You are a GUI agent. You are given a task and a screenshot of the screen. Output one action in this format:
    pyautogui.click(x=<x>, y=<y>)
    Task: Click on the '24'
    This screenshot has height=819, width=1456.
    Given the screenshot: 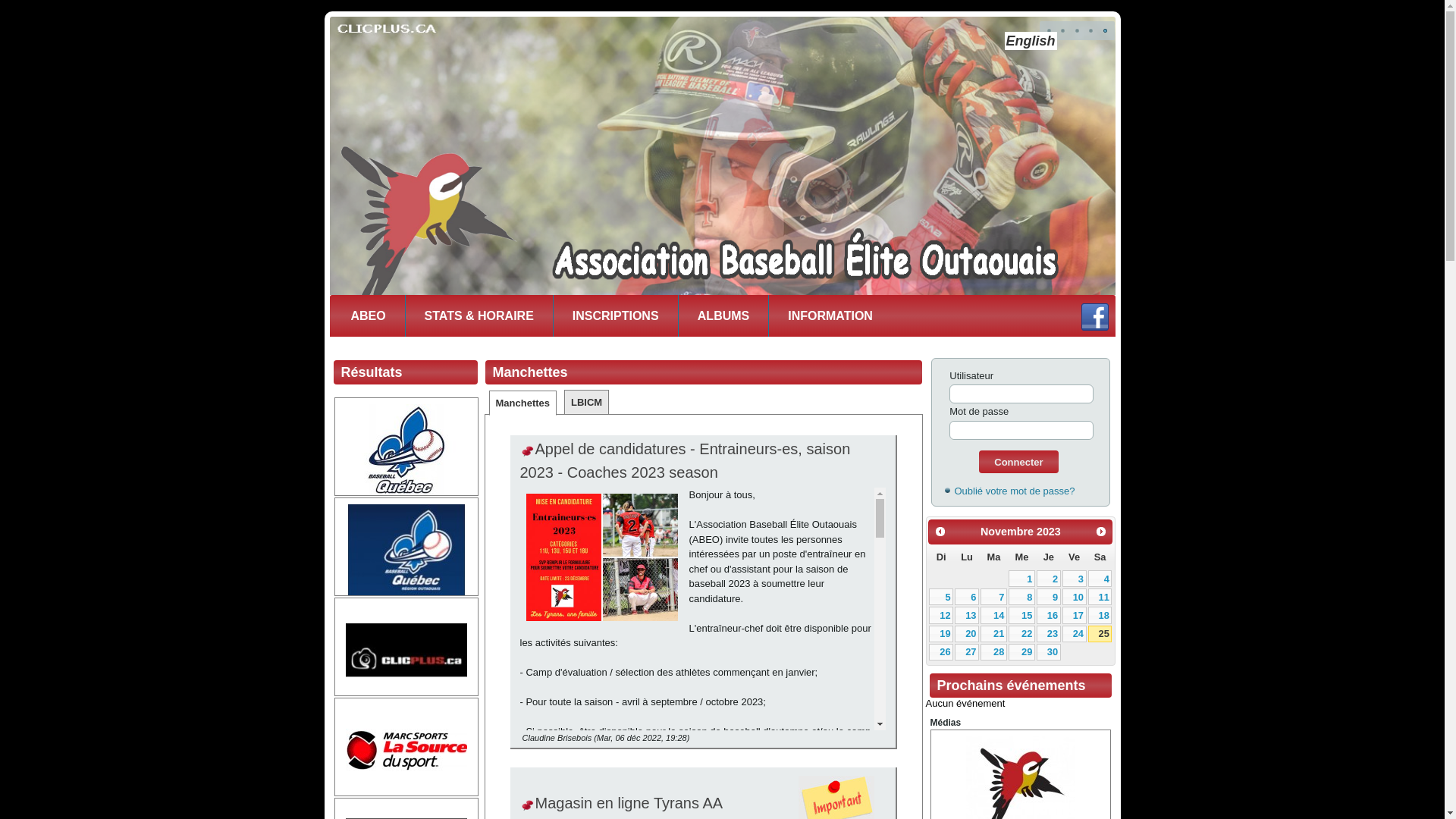 What is the action you would take?
    pyautogui.click(x=1073, y=634)
    